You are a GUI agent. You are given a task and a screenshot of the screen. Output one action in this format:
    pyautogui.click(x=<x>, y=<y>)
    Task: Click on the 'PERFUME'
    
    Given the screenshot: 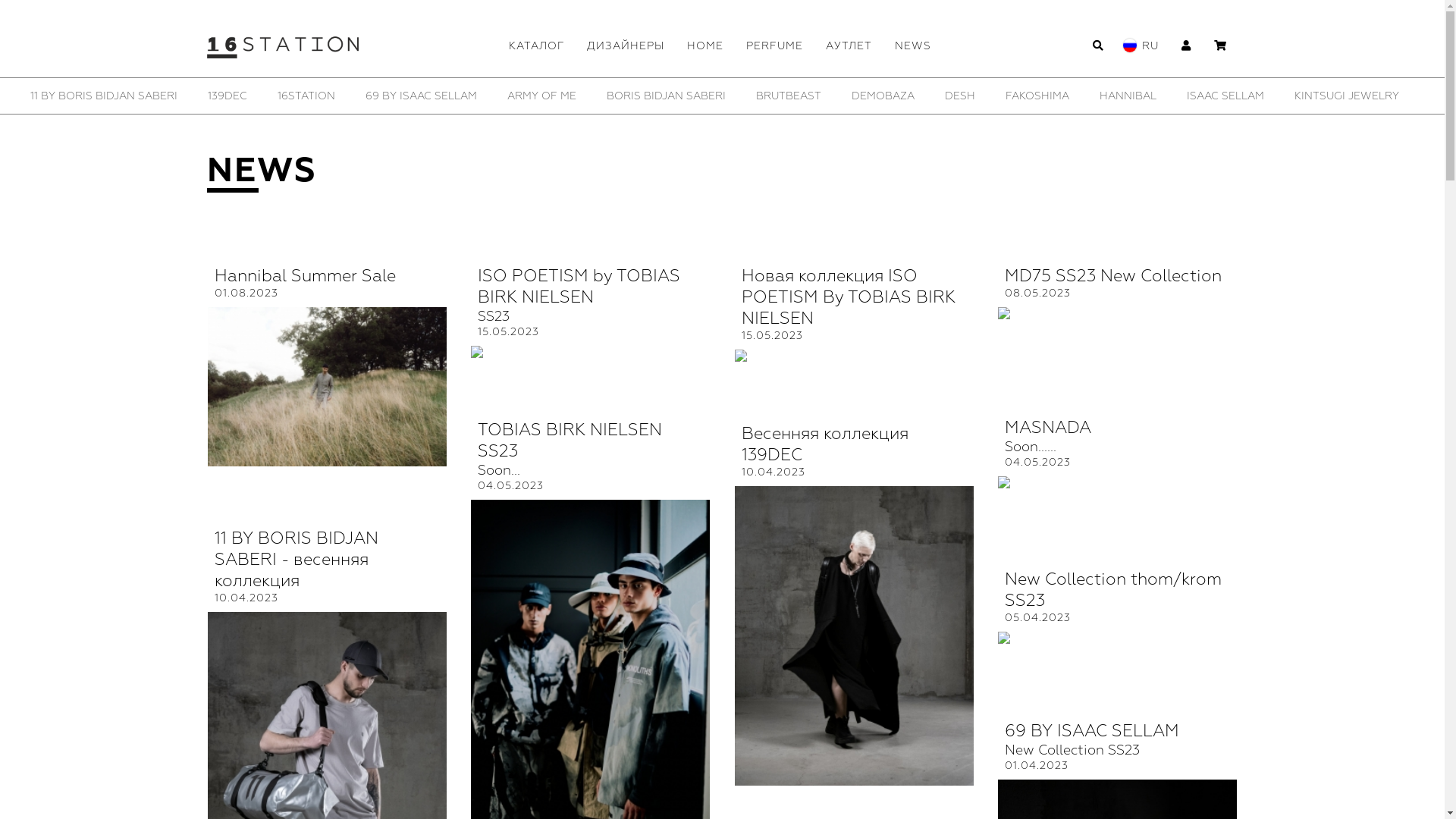 What is the action you would take?
    pyautogui.click(x=734, y=45)
    